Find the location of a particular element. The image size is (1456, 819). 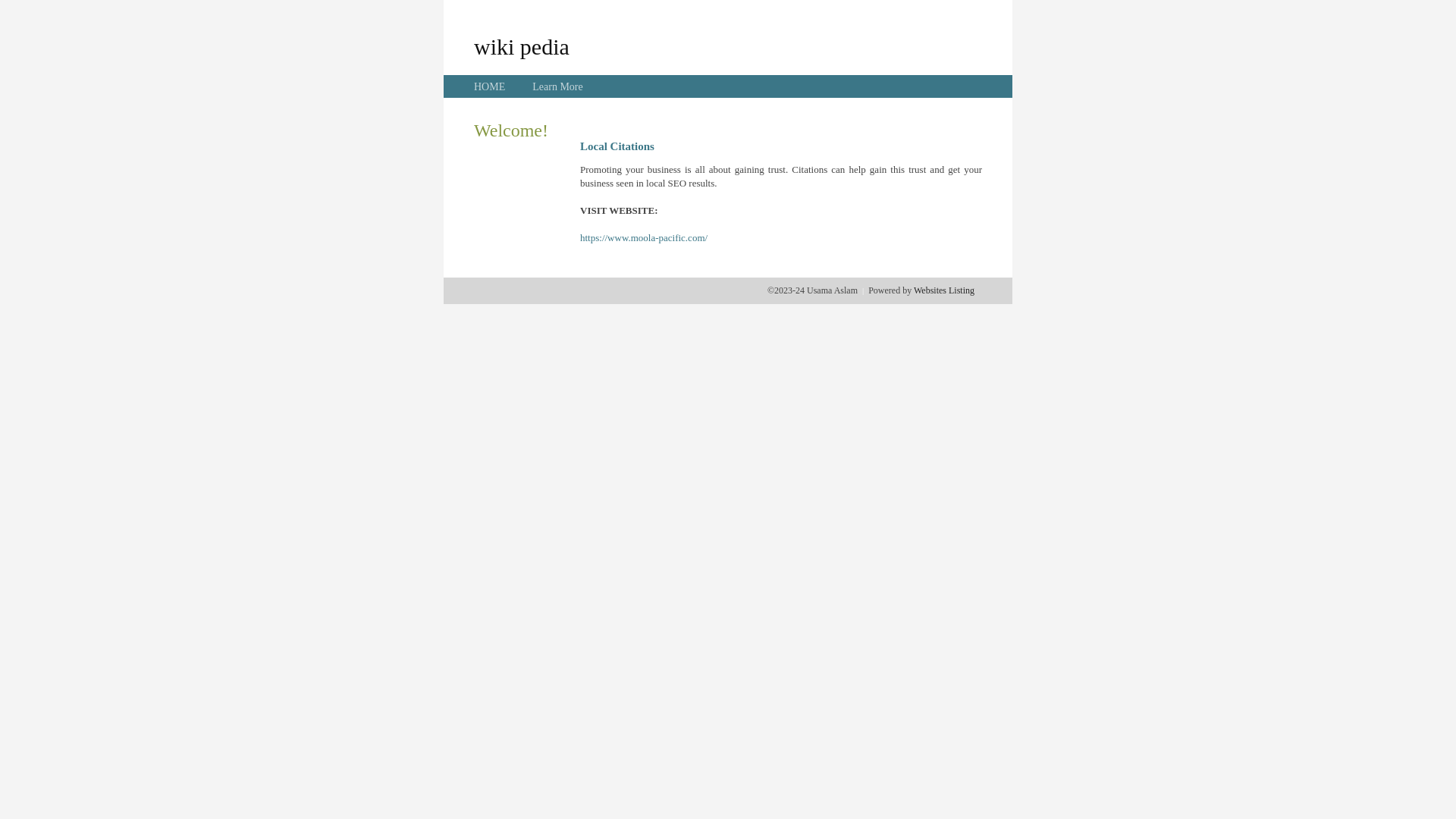

'Learn More' is located at coordinates (532, 86).